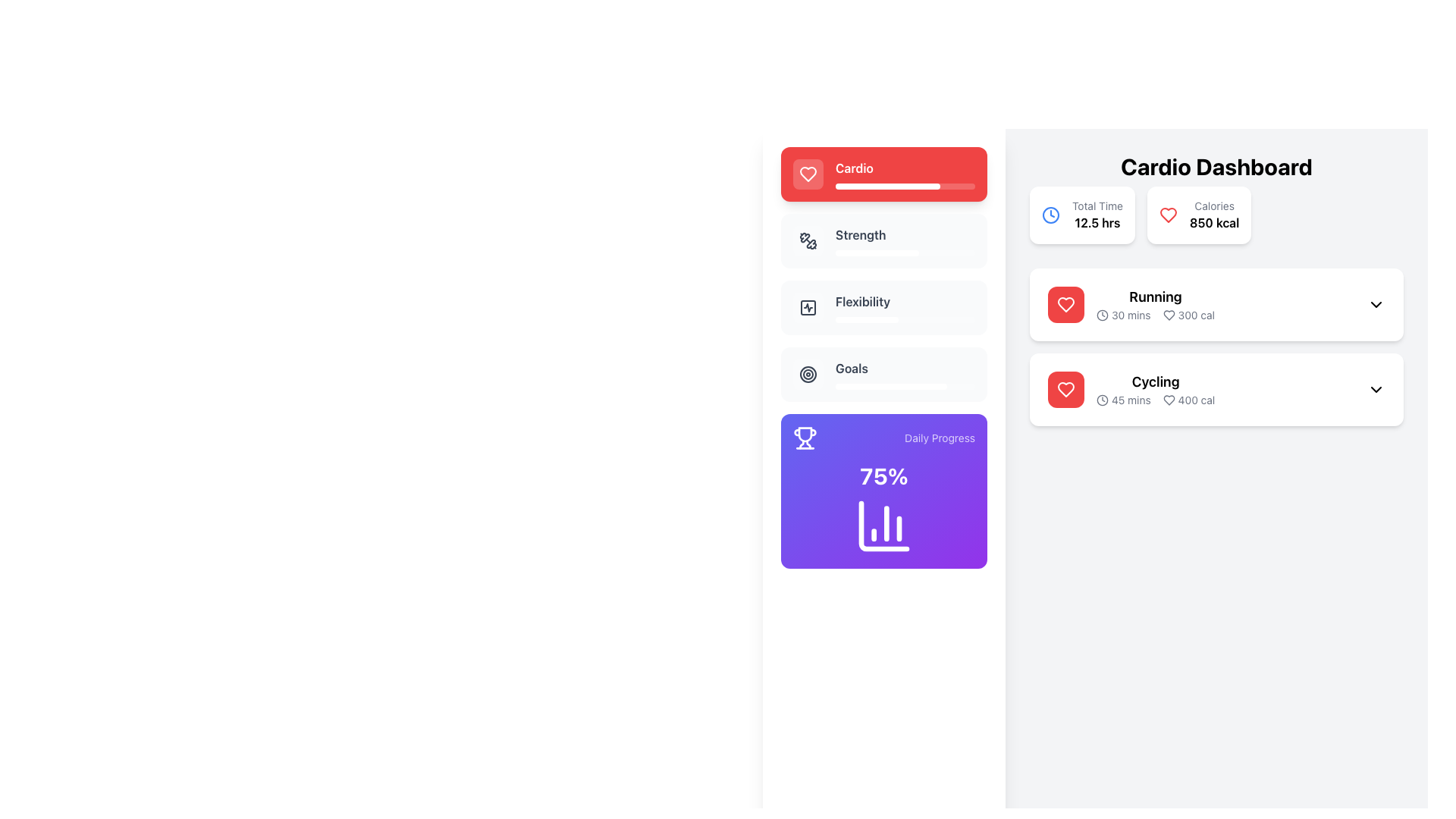 The width and height of the screenshot is (1456, 819). What do you see at coordinates (807, 307) in the screenshot?
I see `the 'Flexibility' icon in the sidebar menu` at bounding box center [807, 307].